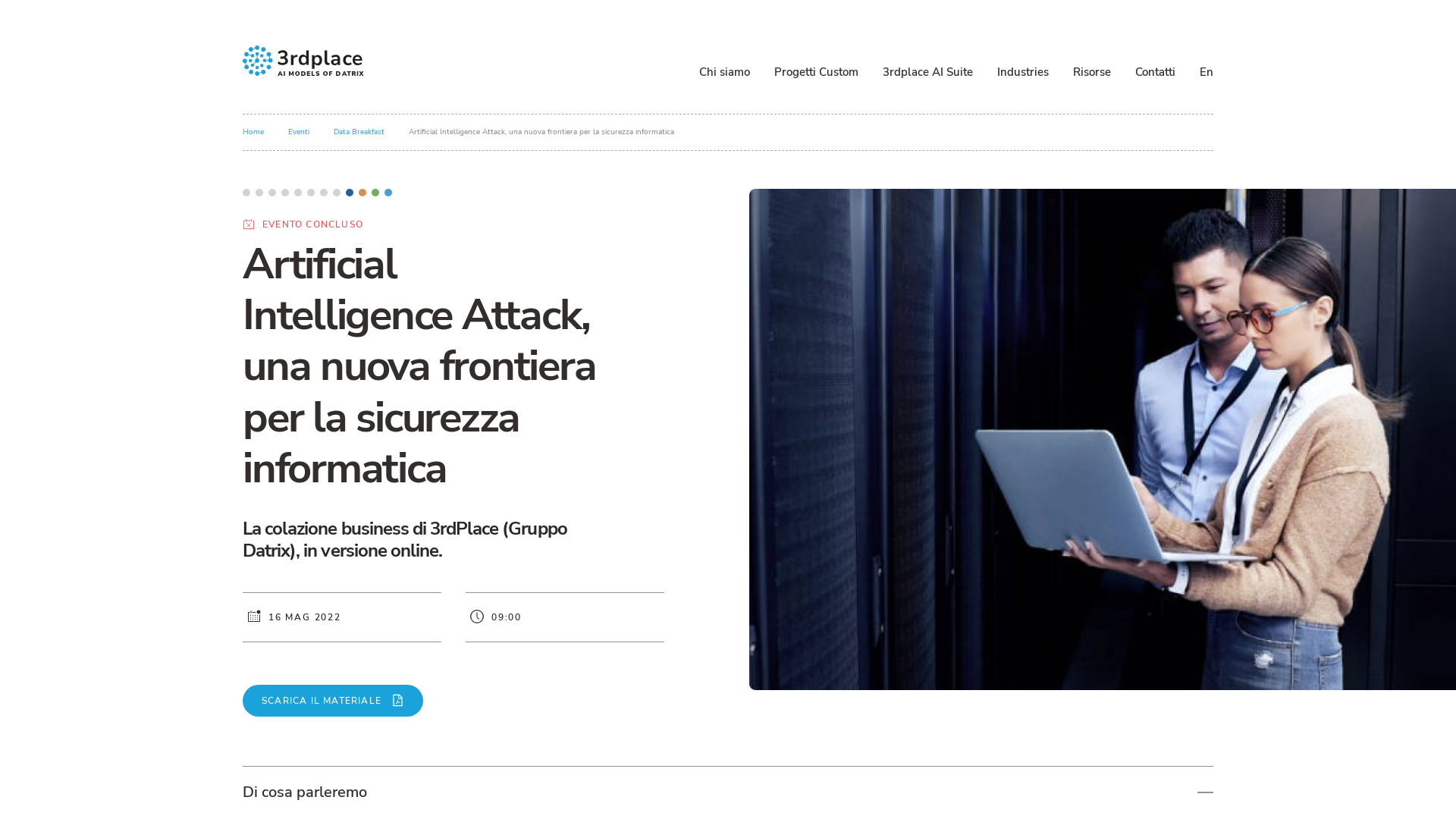 Image resolution: width=1456 pixels, height=819 pixels. I want to click on 'Chi siamo', so click(723, 72).